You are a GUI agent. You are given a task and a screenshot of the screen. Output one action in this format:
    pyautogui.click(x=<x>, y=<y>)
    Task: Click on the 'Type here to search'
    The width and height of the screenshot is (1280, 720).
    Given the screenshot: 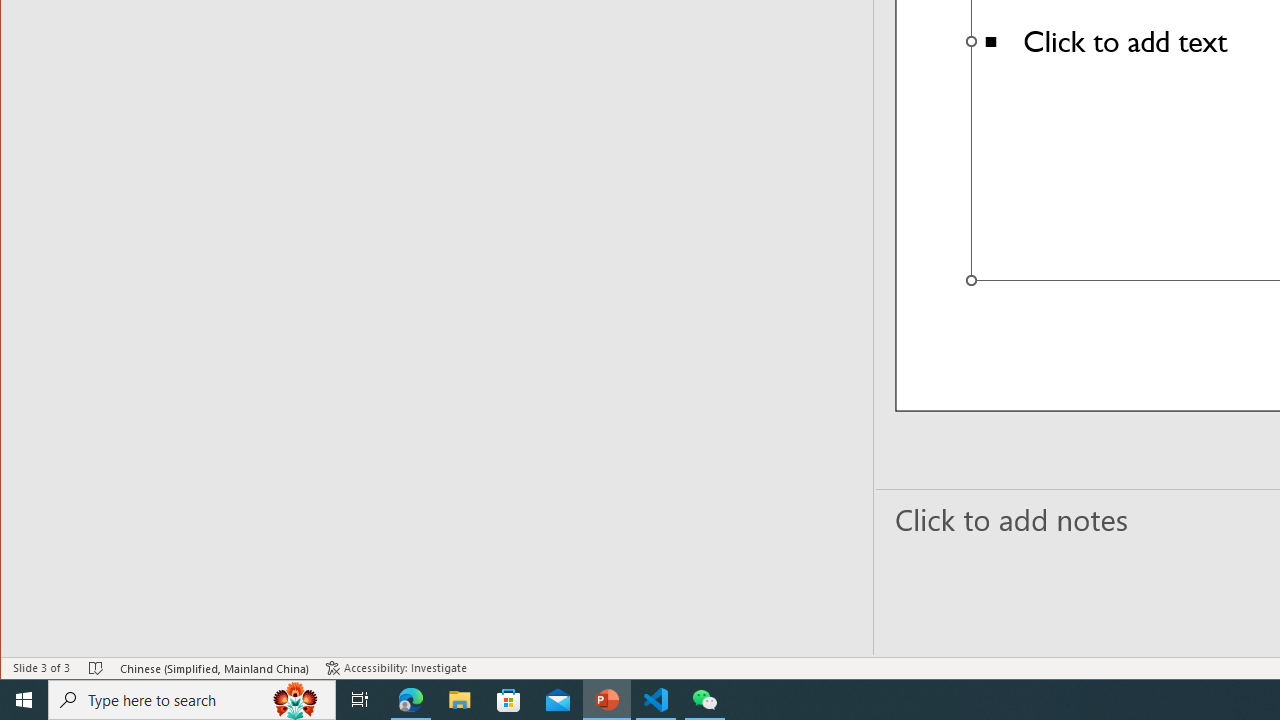 What is the action you would take?
    pyautogui.click(x=192, y=698)
    